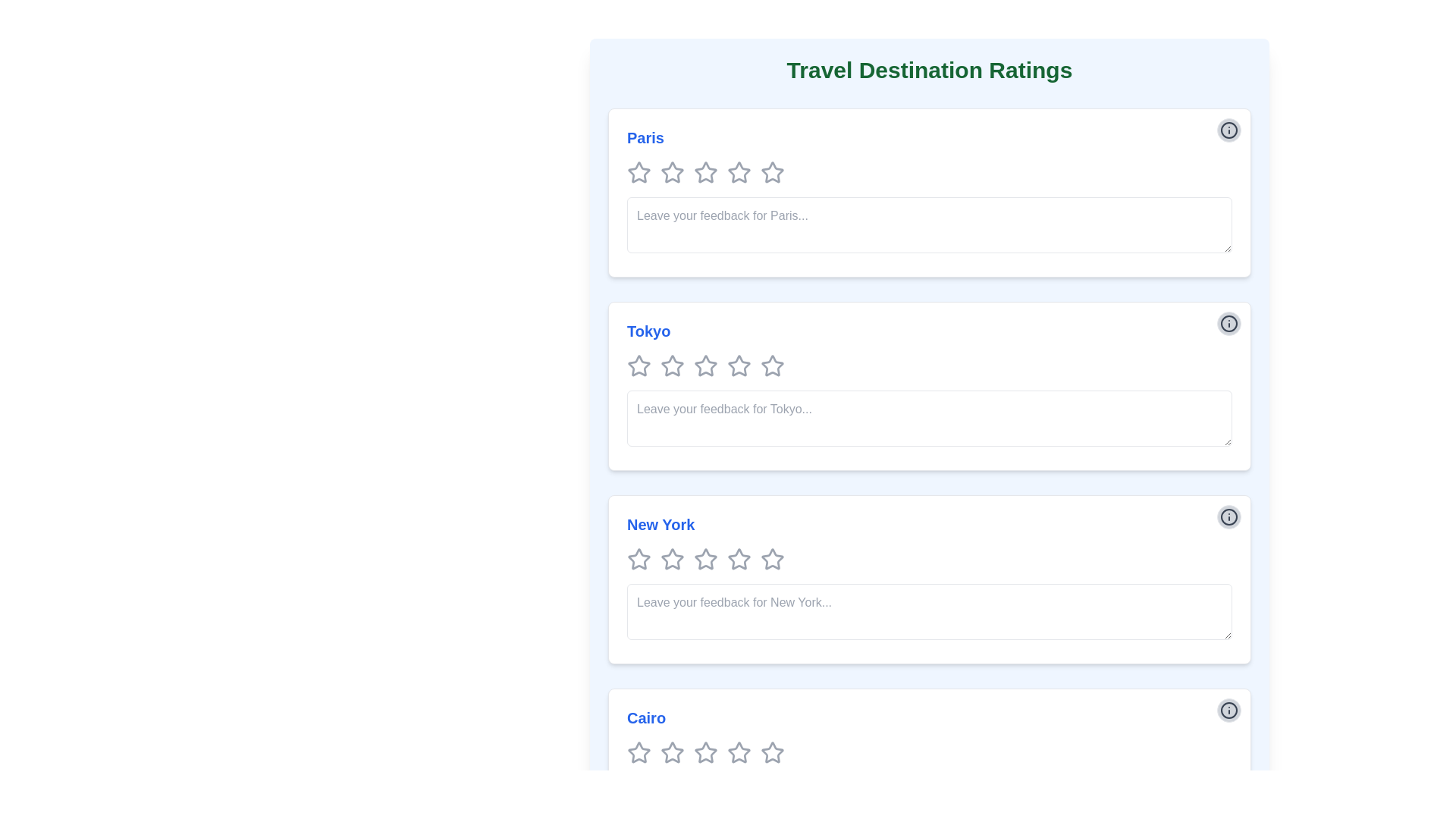 This screenshot has height=819, width=1456. Describe the element at coordinates (1229, 130) in the screenshot. I see `the information icon button located in the top-right corner of the Paris section` at that location.